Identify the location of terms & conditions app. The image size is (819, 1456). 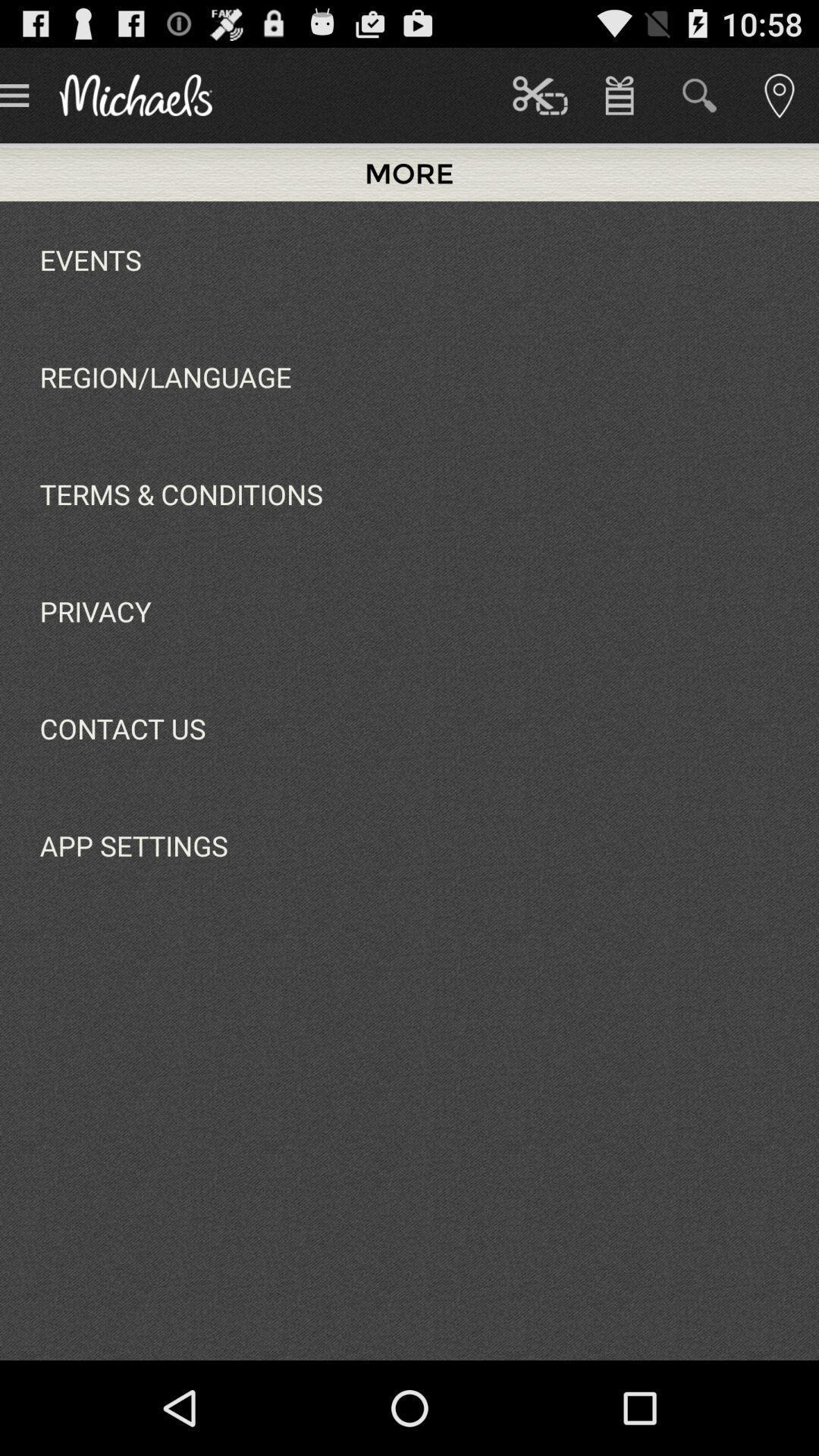
(180, 494).